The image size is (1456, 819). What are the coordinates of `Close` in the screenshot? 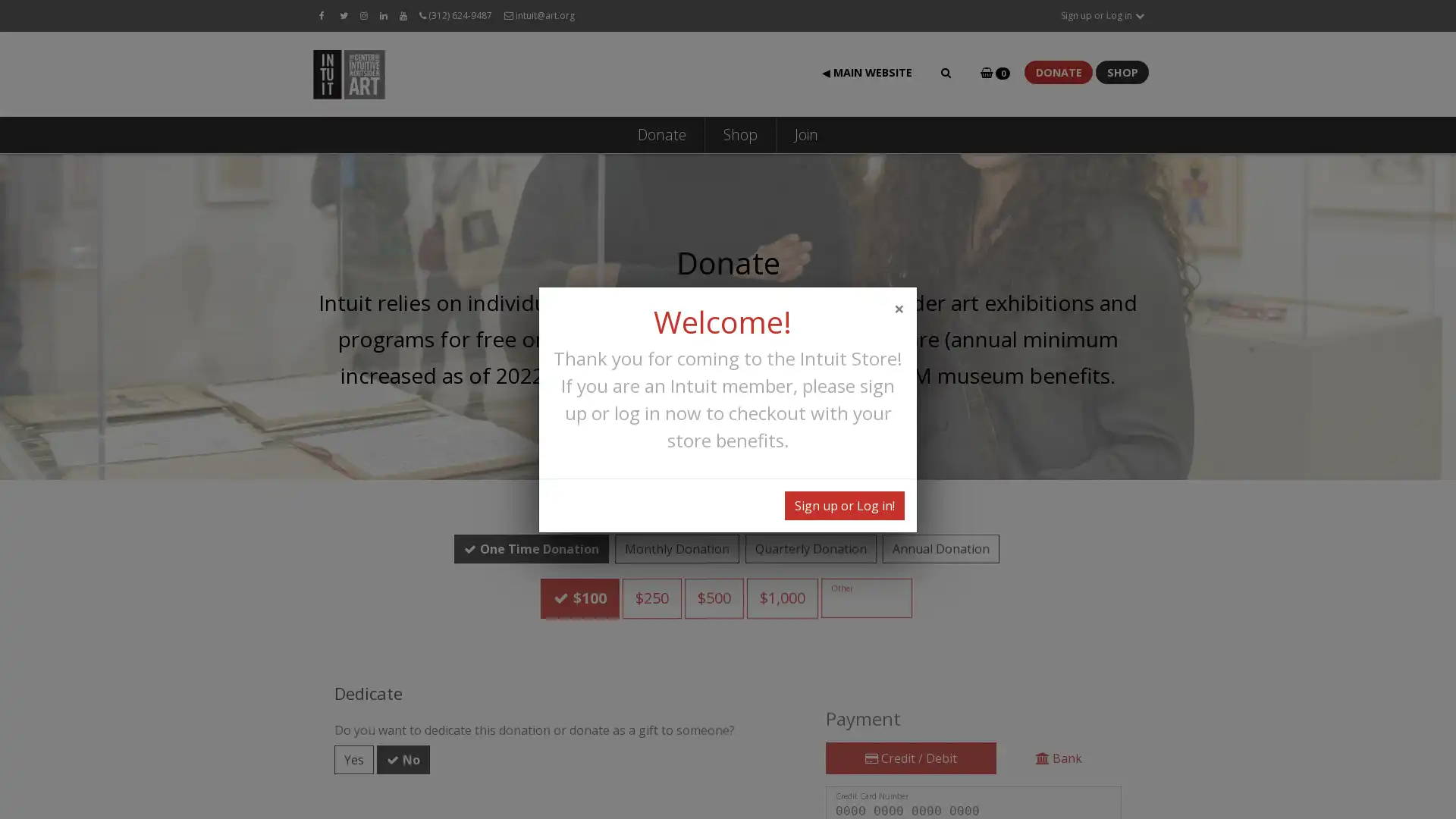 It's located at (899, 307).